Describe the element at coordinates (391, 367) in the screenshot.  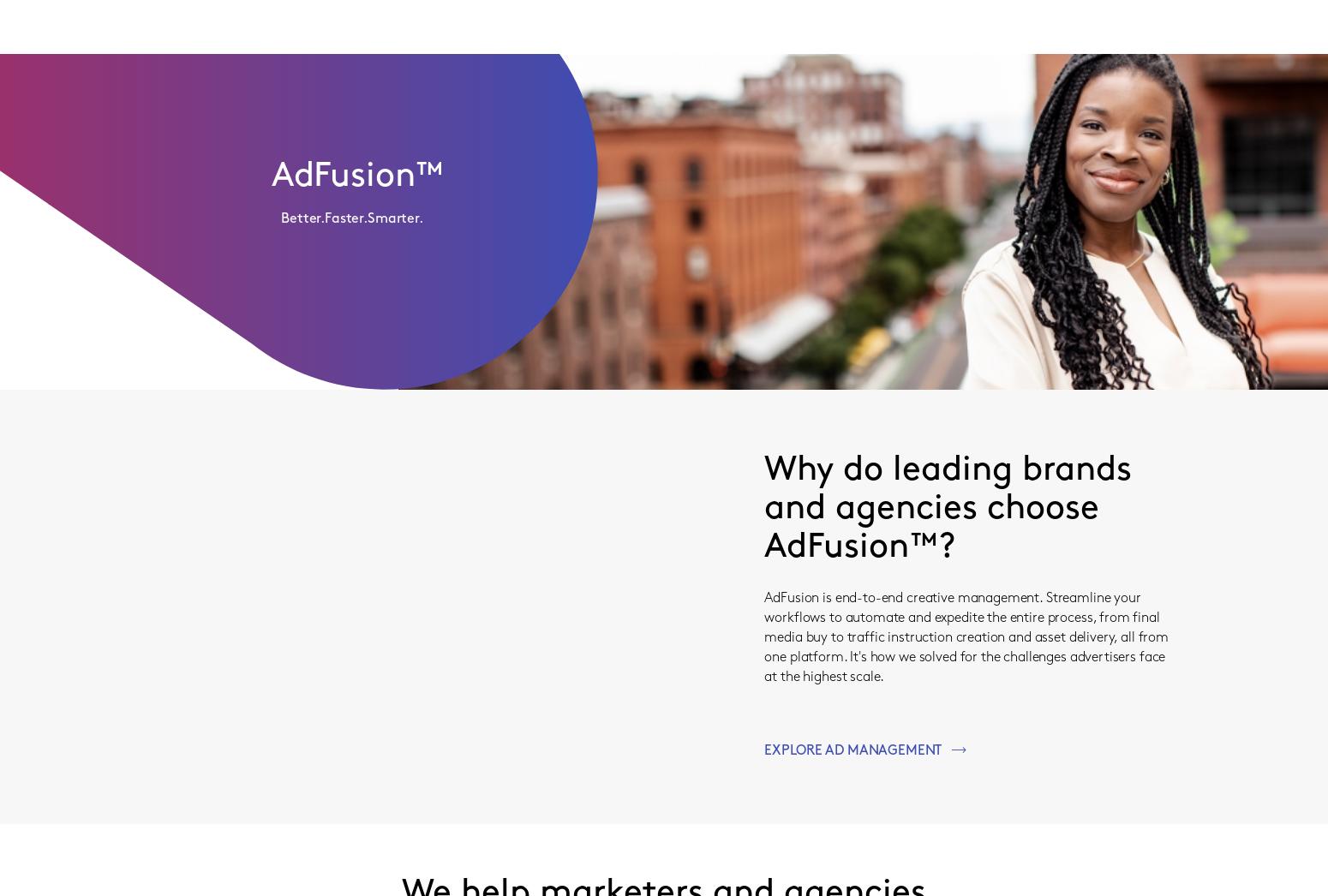
I see `'A better, faster, smarter ad creative process.'` at that location.